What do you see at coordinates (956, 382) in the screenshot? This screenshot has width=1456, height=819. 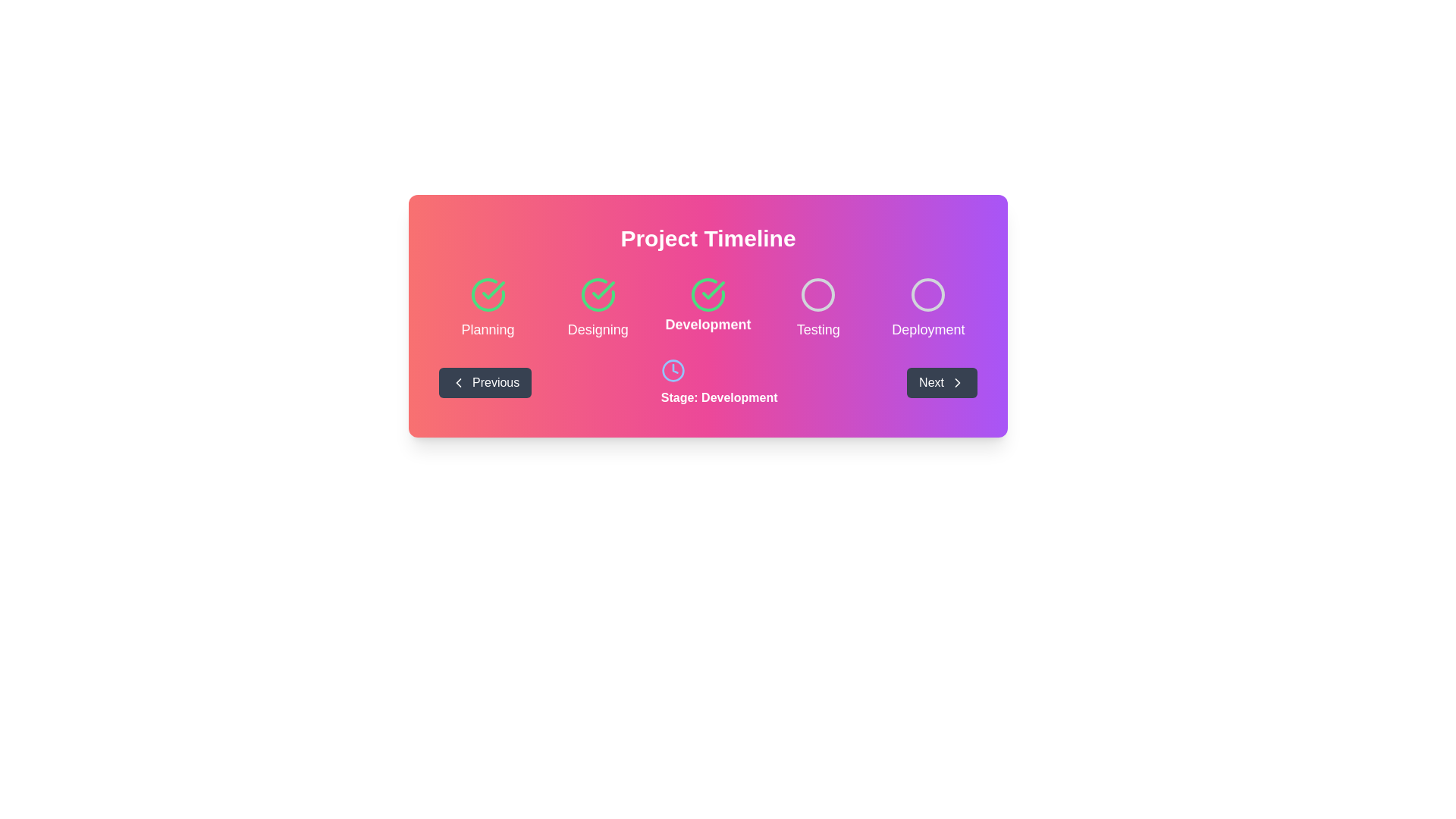 I see `the chevron icon indicating the 'Next' button functionality, which is positioned` at bounding box center [956, 382].